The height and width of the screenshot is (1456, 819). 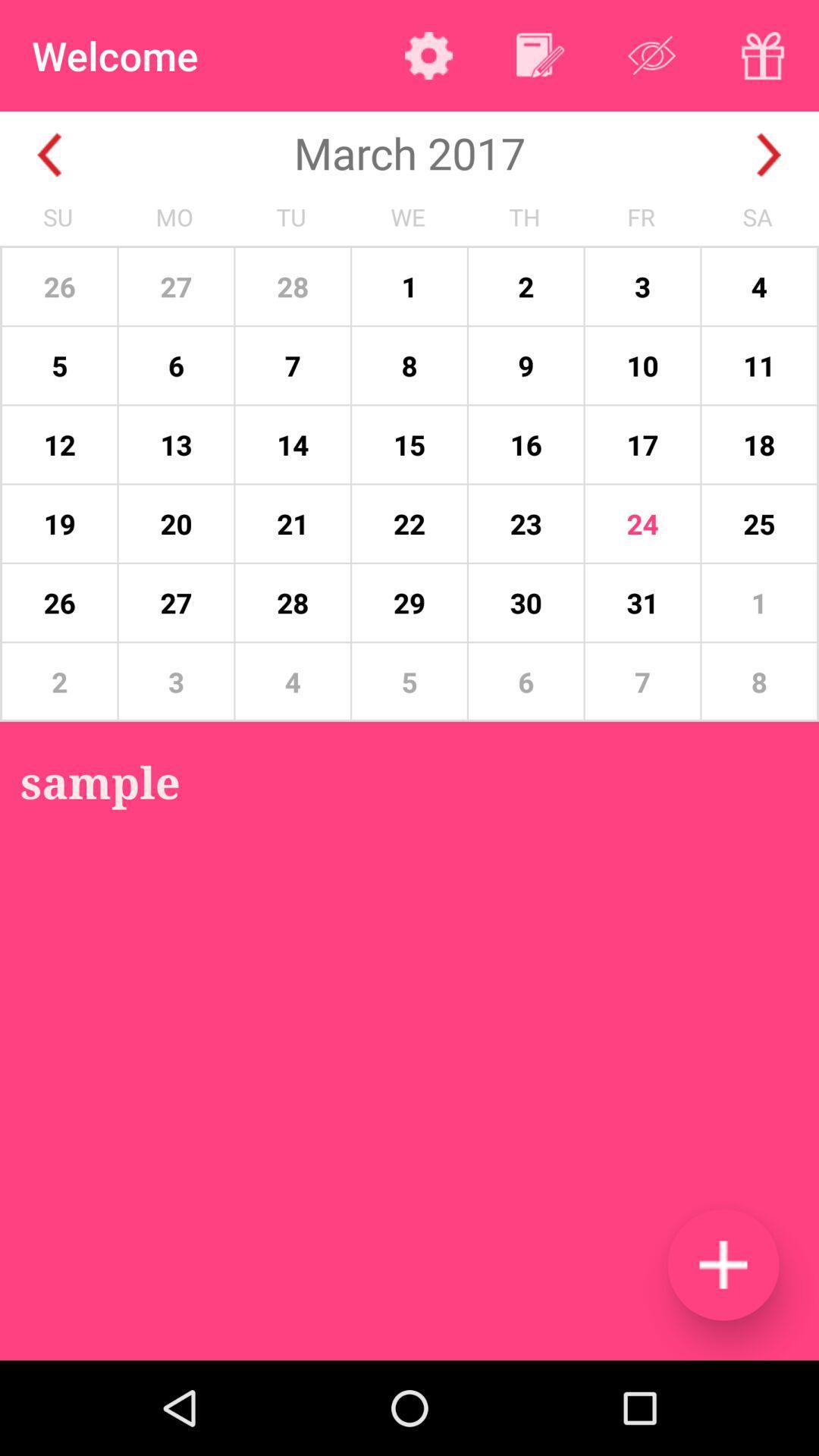 What do you see at coordinates (428, 55) in the screenshot?
I see `the app next to the welcome` at bounding box center [428, 55].